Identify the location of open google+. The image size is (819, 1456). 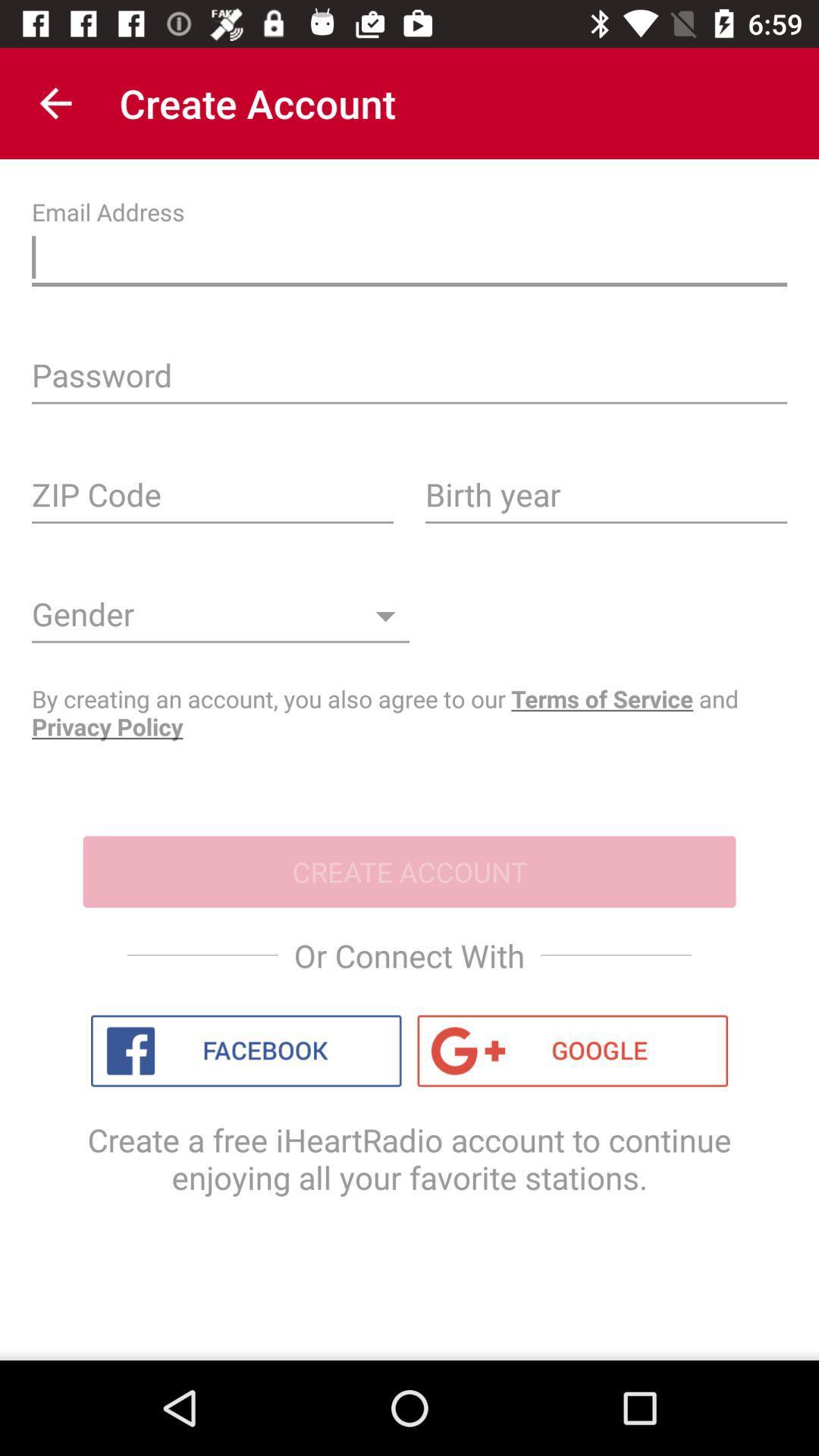
(573, 1050).